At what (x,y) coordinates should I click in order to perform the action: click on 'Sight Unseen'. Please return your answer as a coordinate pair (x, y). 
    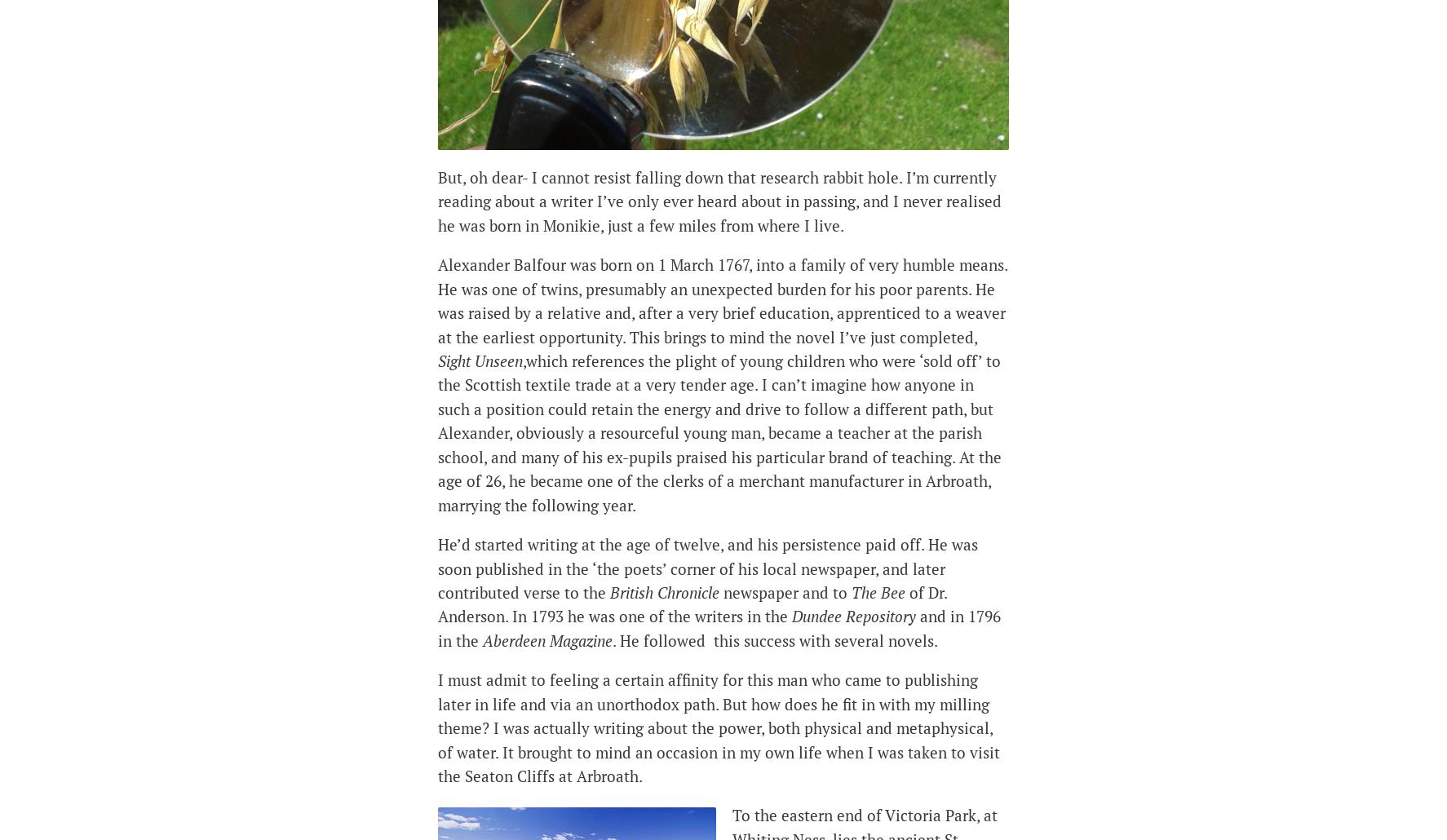
    Looking at the image, I should click on (479, 360).